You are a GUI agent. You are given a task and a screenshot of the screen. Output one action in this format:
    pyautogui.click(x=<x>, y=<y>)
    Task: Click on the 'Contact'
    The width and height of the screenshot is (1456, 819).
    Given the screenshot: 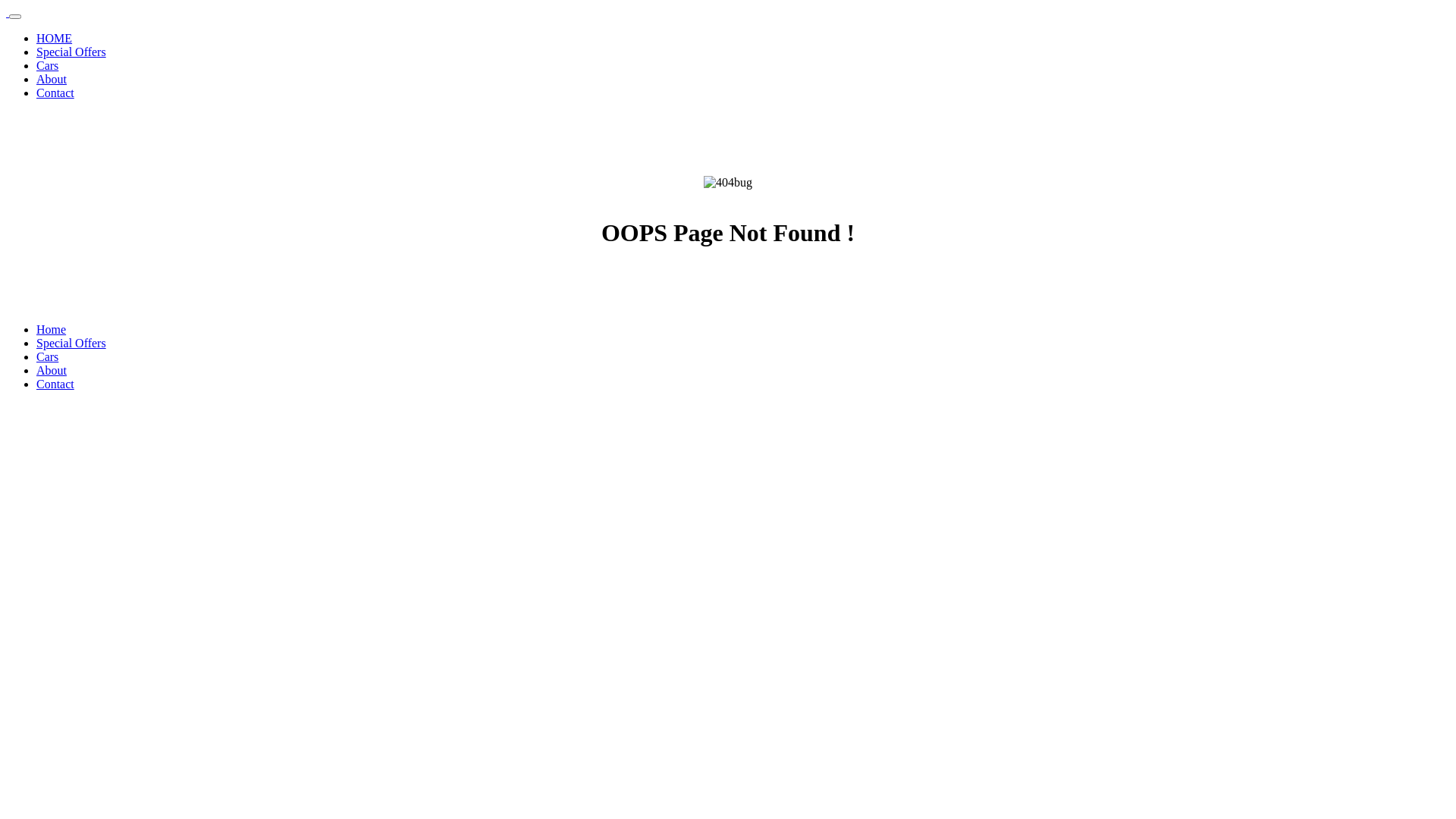 What is the action you would take?
    pyautogui.click(x=55, y=93)
    